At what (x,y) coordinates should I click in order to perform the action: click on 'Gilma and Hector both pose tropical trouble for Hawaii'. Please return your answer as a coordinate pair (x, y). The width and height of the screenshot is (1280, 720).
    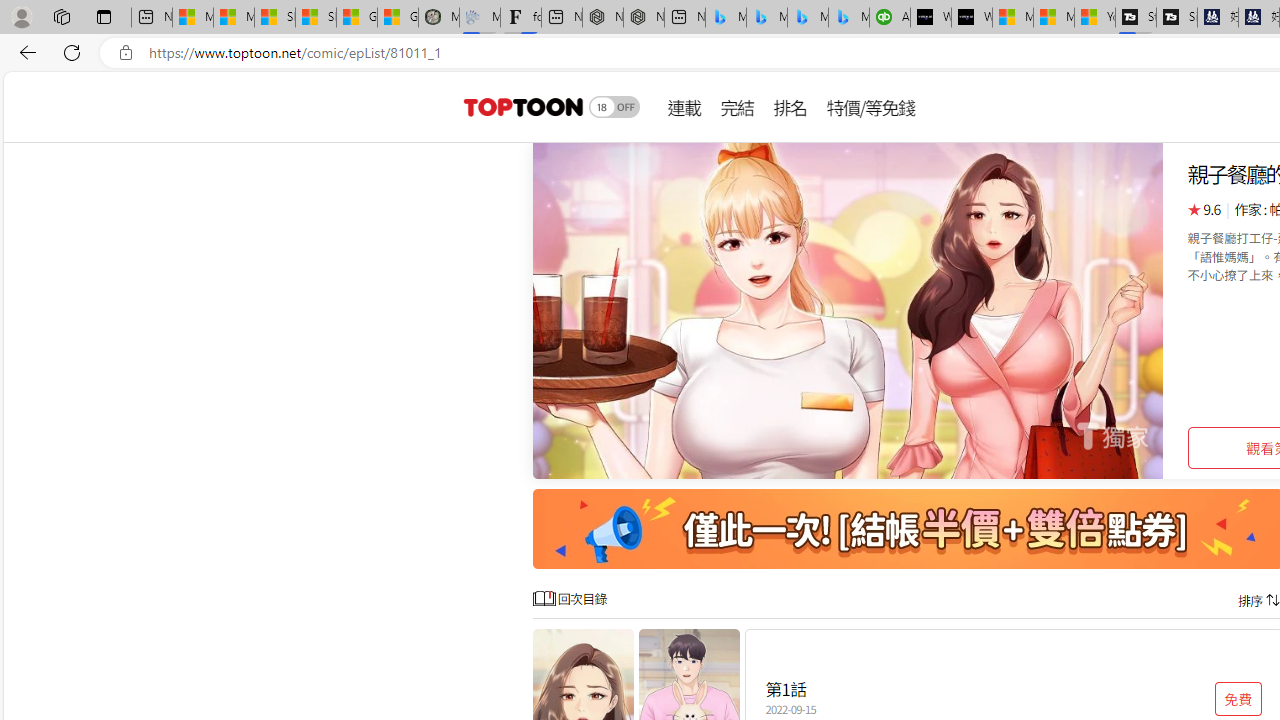
    Looking at the image, I should click on (398, 17).